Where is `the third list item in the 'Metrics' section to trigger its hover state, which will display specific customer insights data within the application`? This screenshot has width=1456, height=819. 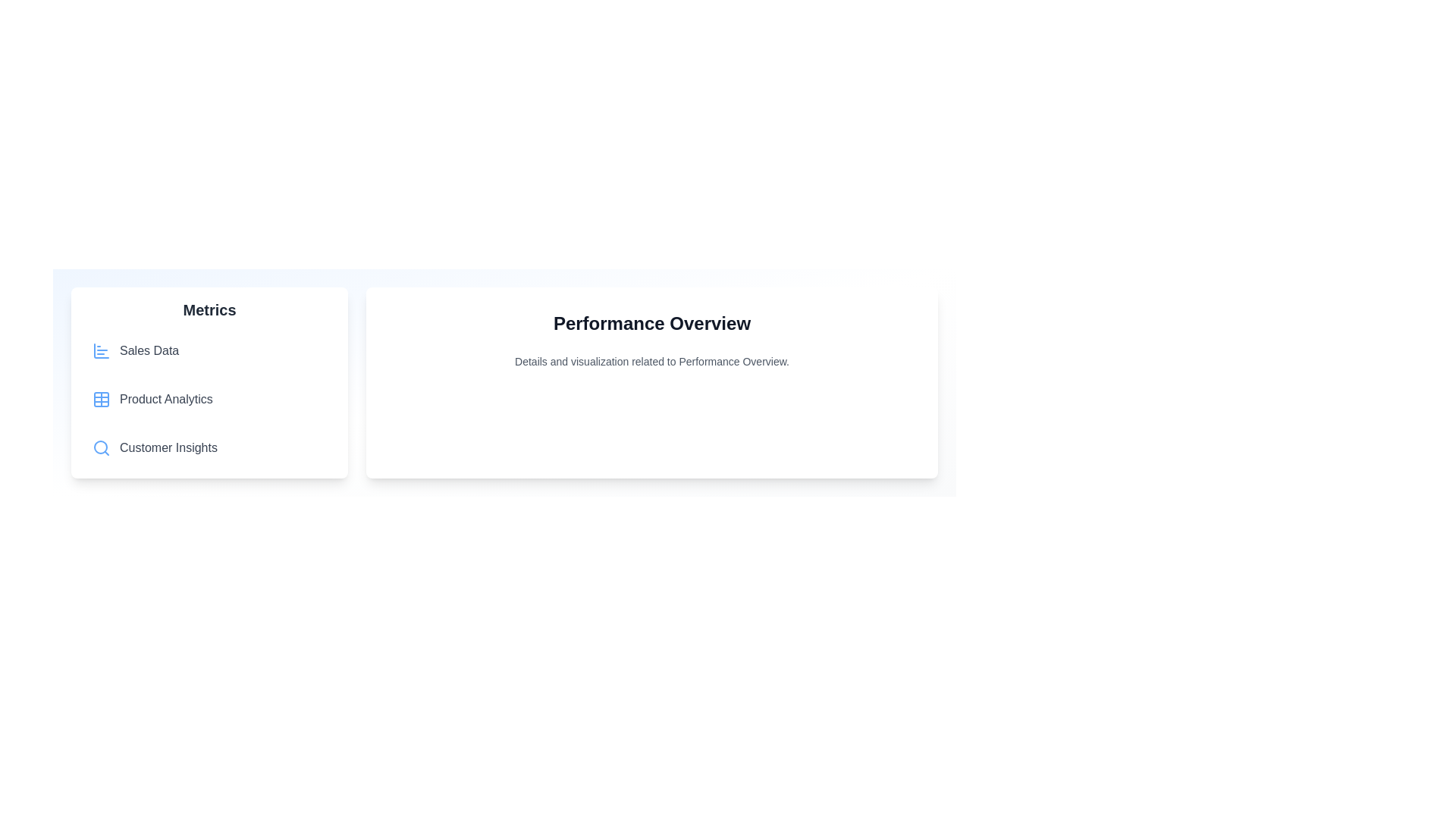 the third list item in the 'Metrics' section to trigger its hover state, which will display specific customer insights data within the application is located at coordinates (209, 447).